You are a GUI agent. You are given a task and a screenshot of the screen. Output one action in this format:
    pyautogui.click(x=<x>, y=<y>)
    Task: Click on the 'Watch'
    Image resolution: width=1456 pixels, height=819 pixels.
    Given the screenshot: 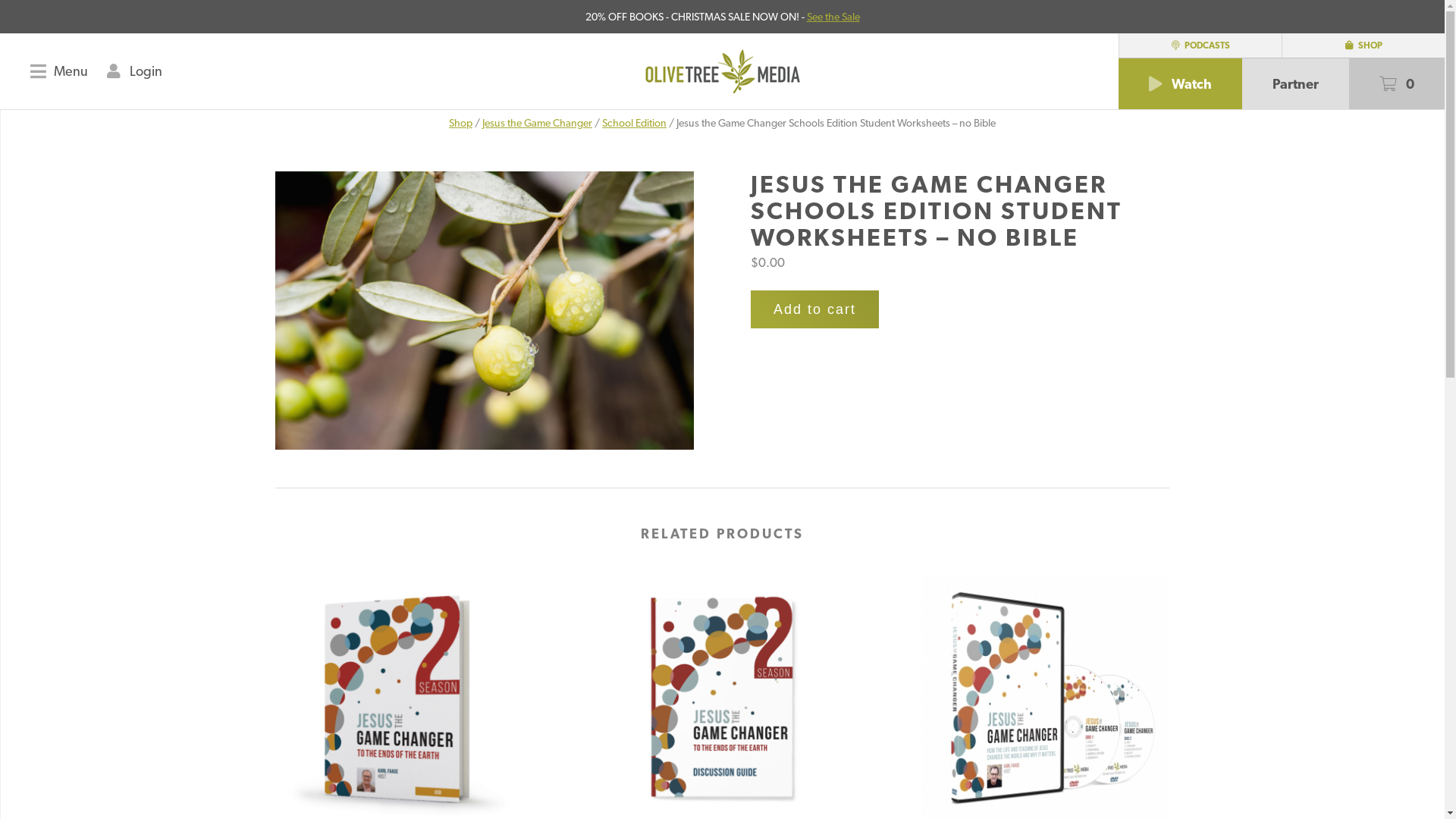 What is the action you would take?
    pyautogui.click(x=1179, y=83)
    